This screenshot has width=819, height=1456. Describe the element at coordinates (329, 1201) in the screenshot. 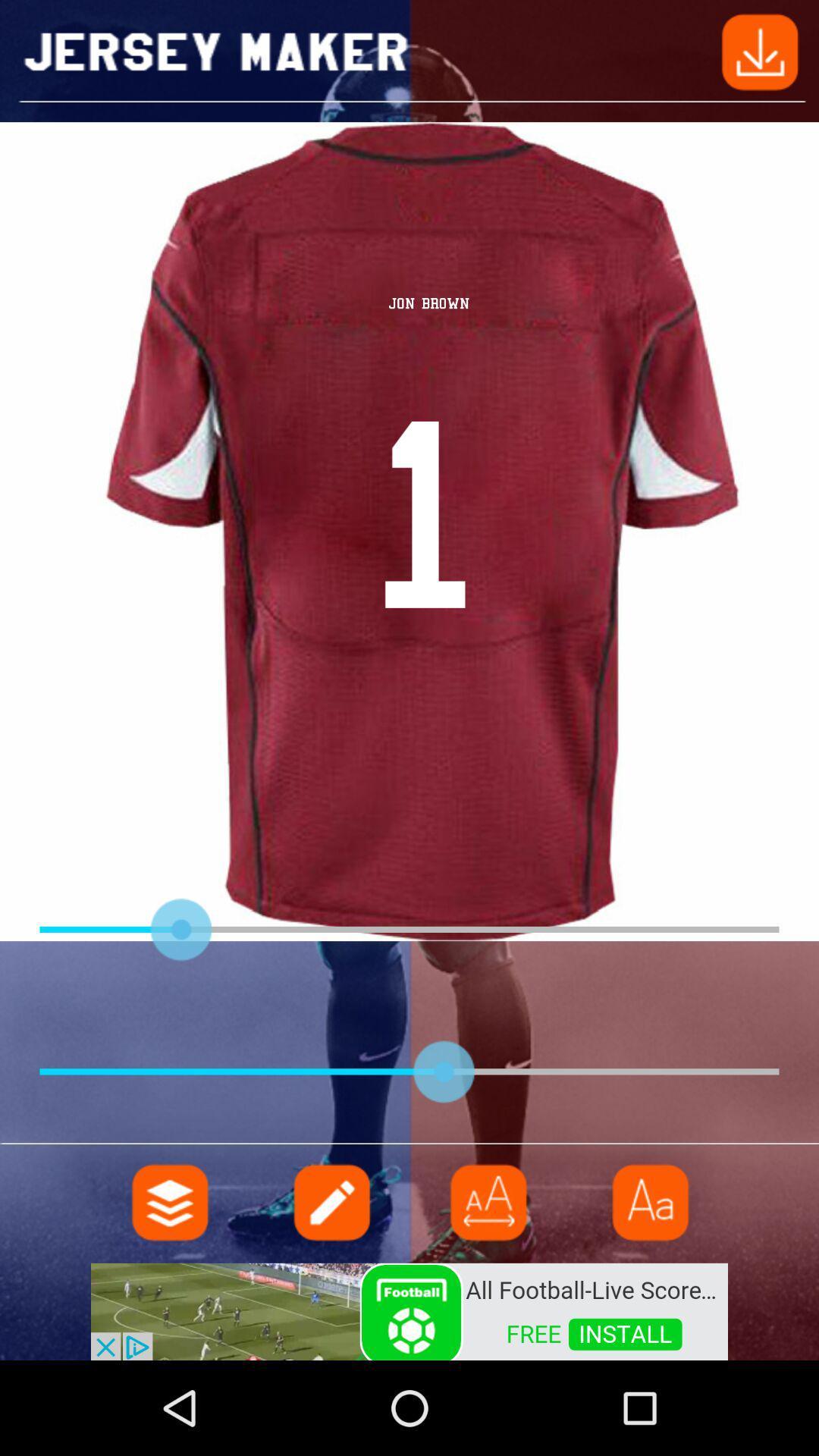

I see `write option` at that location.